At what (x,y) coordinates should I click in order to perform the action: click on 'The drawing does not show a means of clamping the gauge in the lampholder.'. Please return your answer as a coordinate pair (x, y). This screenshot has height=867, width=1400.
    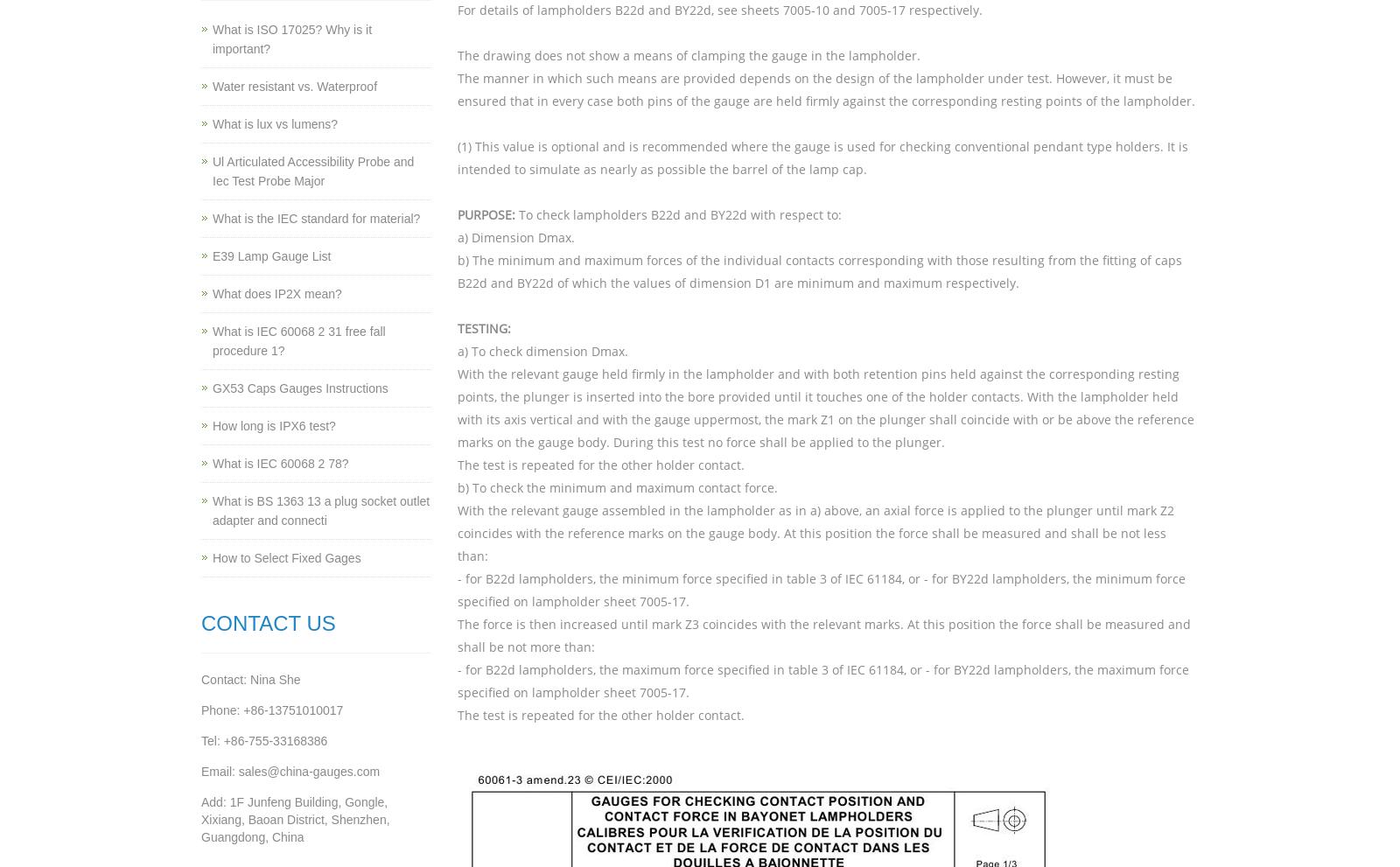
    Looking at the image, I should click on (688, 55).